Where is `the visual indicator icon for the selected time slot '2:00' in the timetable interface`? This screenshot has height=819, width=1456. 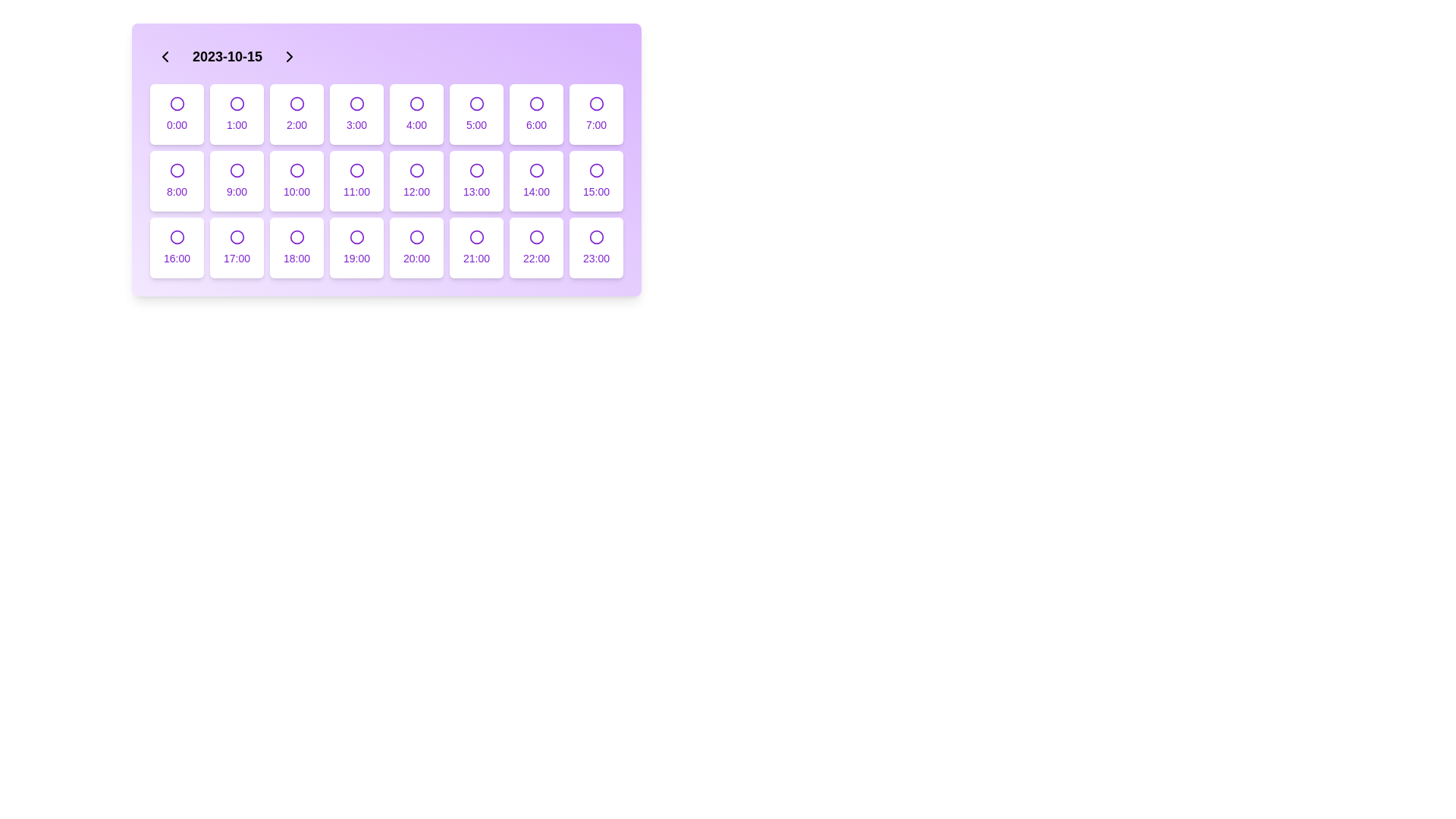
the visual indicator icon for the selected time slot '2:00' in the timetable interface is located at coordinates (297, 103).